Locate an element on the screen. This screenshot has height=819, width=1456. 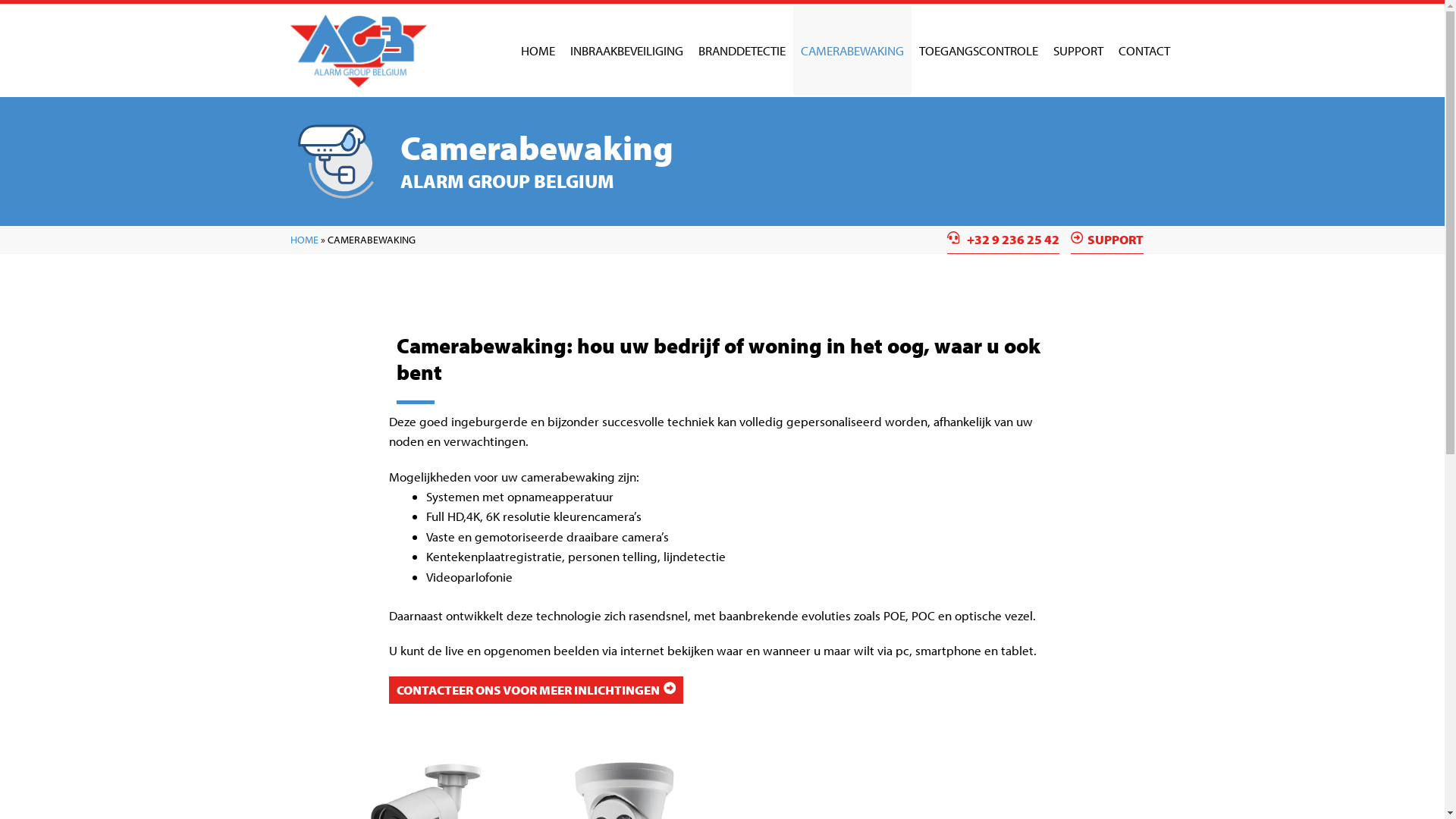
'INBRAAKBEVEILIGING' is located at coordinates (626, 49).